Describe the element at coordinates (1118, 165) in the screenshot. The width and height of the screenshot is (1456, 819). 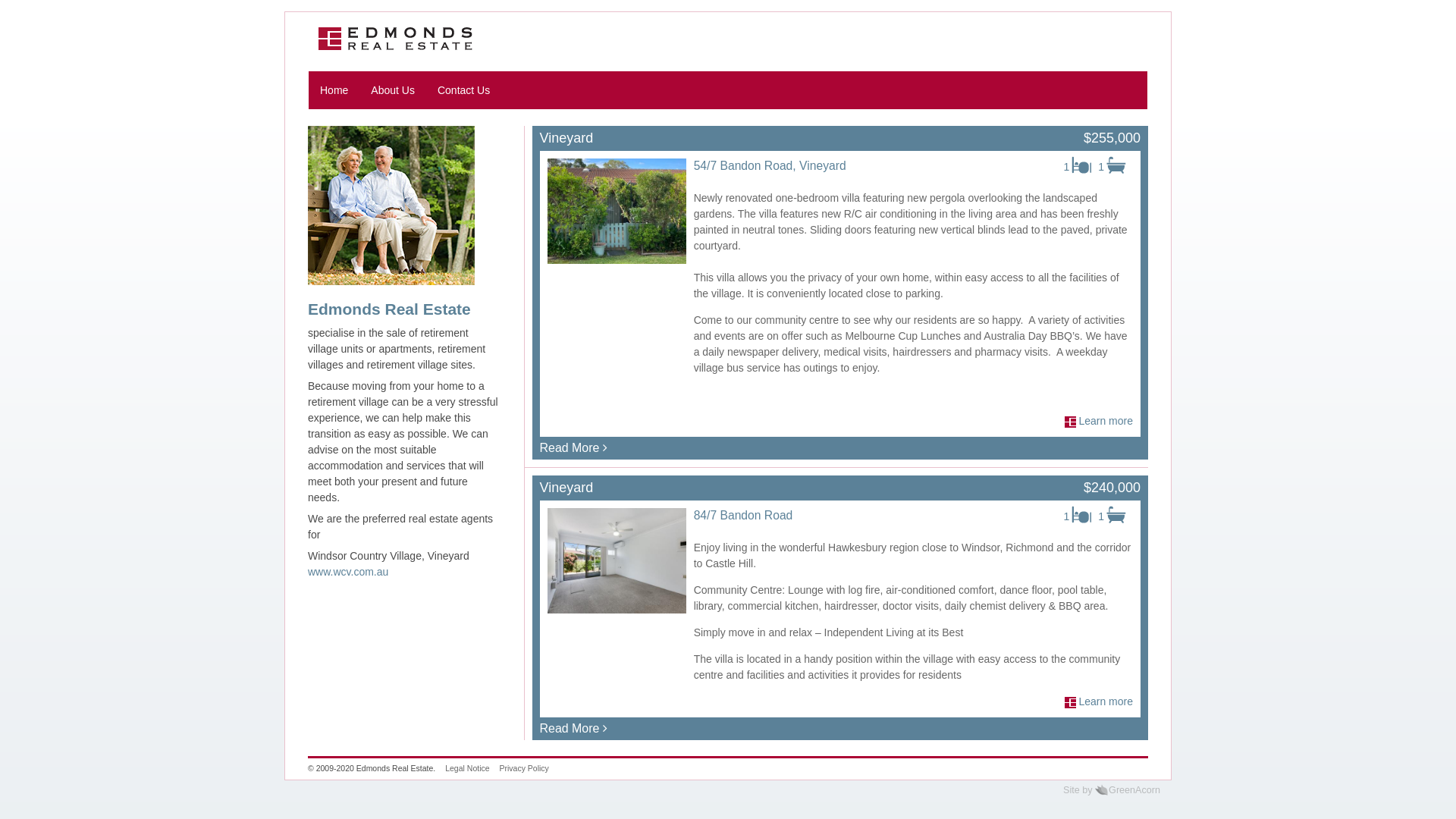
I see `'Bathrooms'` at that location.